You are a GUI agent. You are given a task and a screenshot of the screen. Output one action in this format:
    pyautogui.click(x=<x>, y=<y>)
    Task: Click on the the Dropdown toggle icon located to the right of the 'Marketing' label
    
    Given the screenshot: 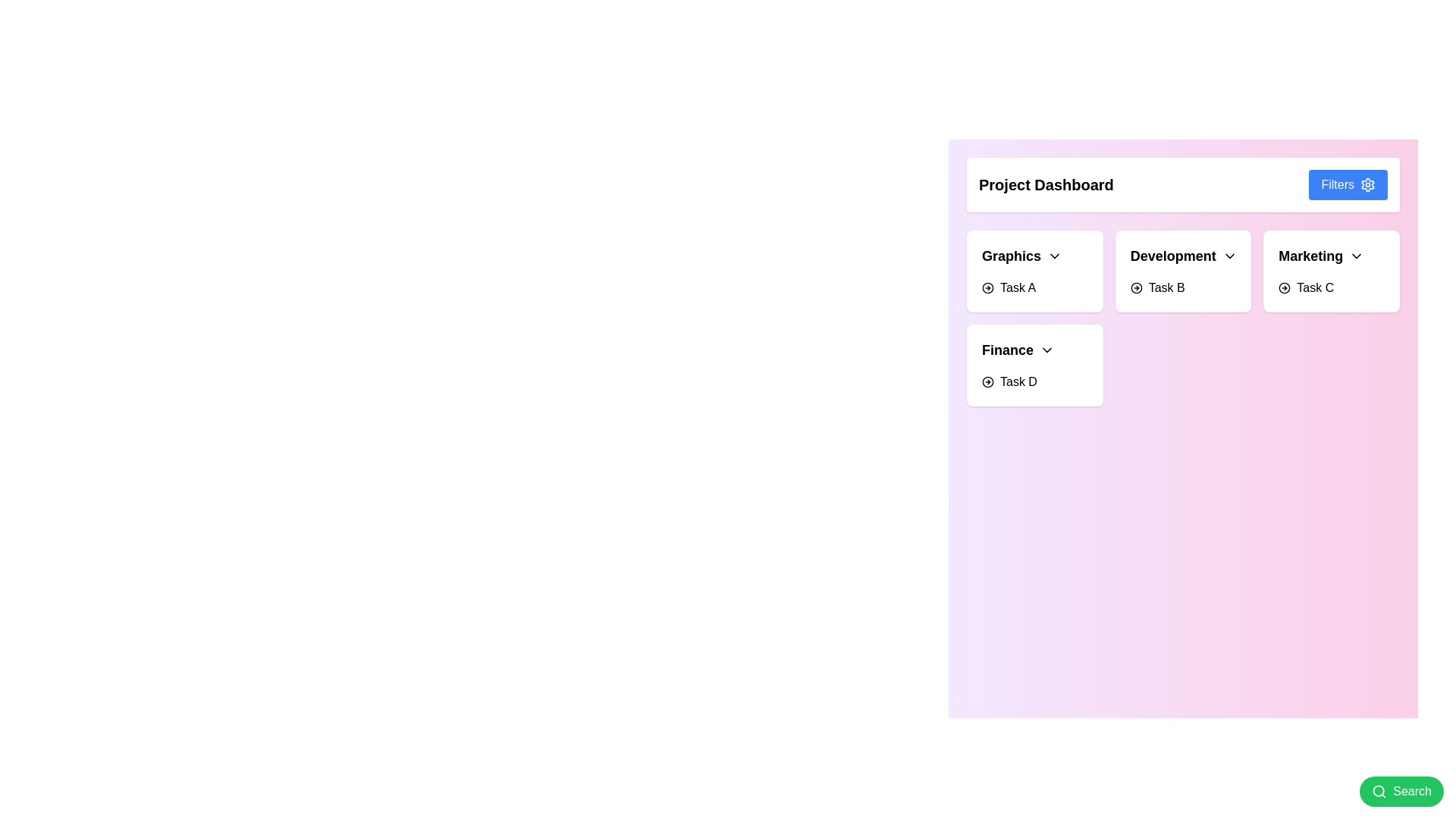 What is the action you would take?
    pyautogui.click(x=1357, y=256)
    